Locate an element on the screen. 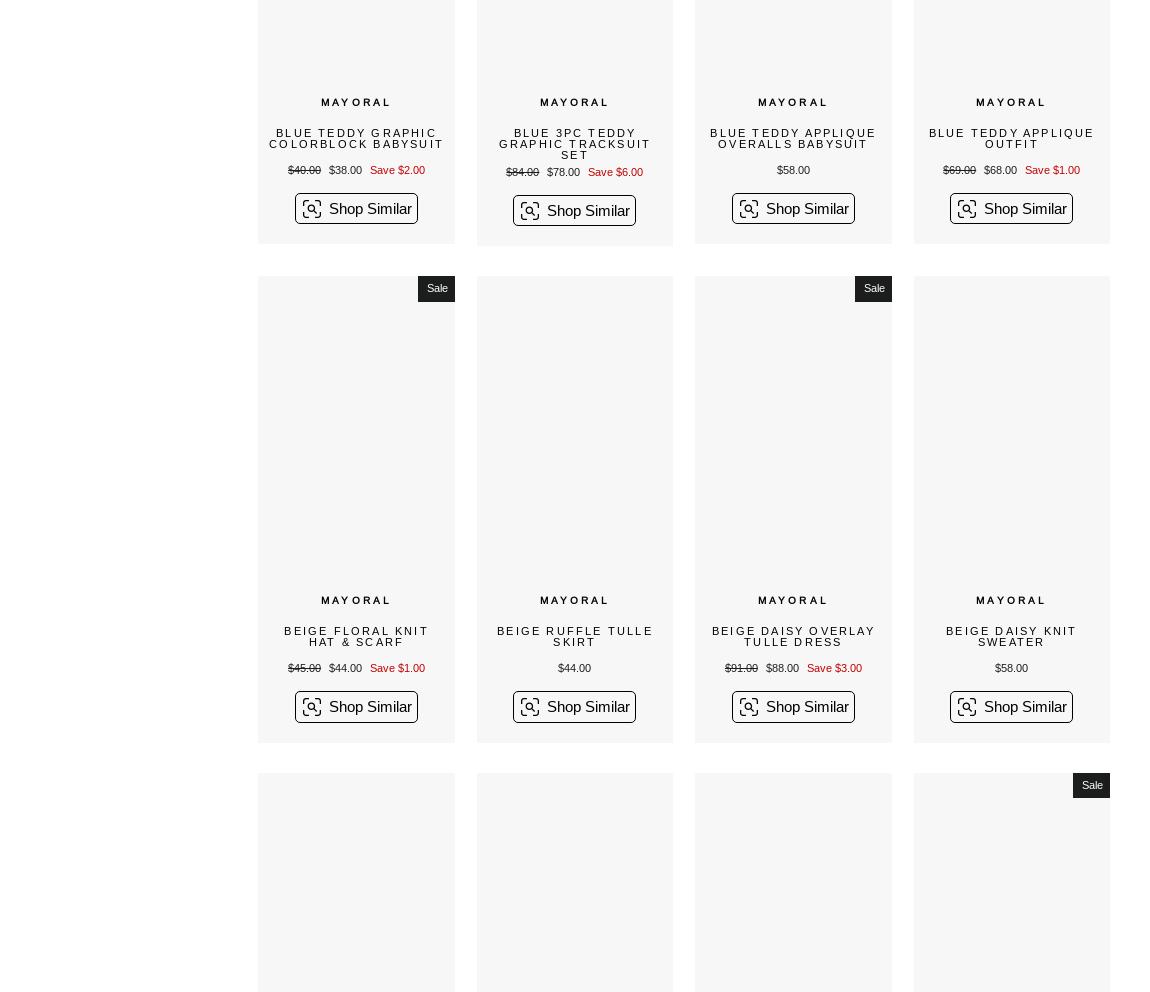  'Beige Daisy Knit Sweater' is located at coordinates (1011, 635).